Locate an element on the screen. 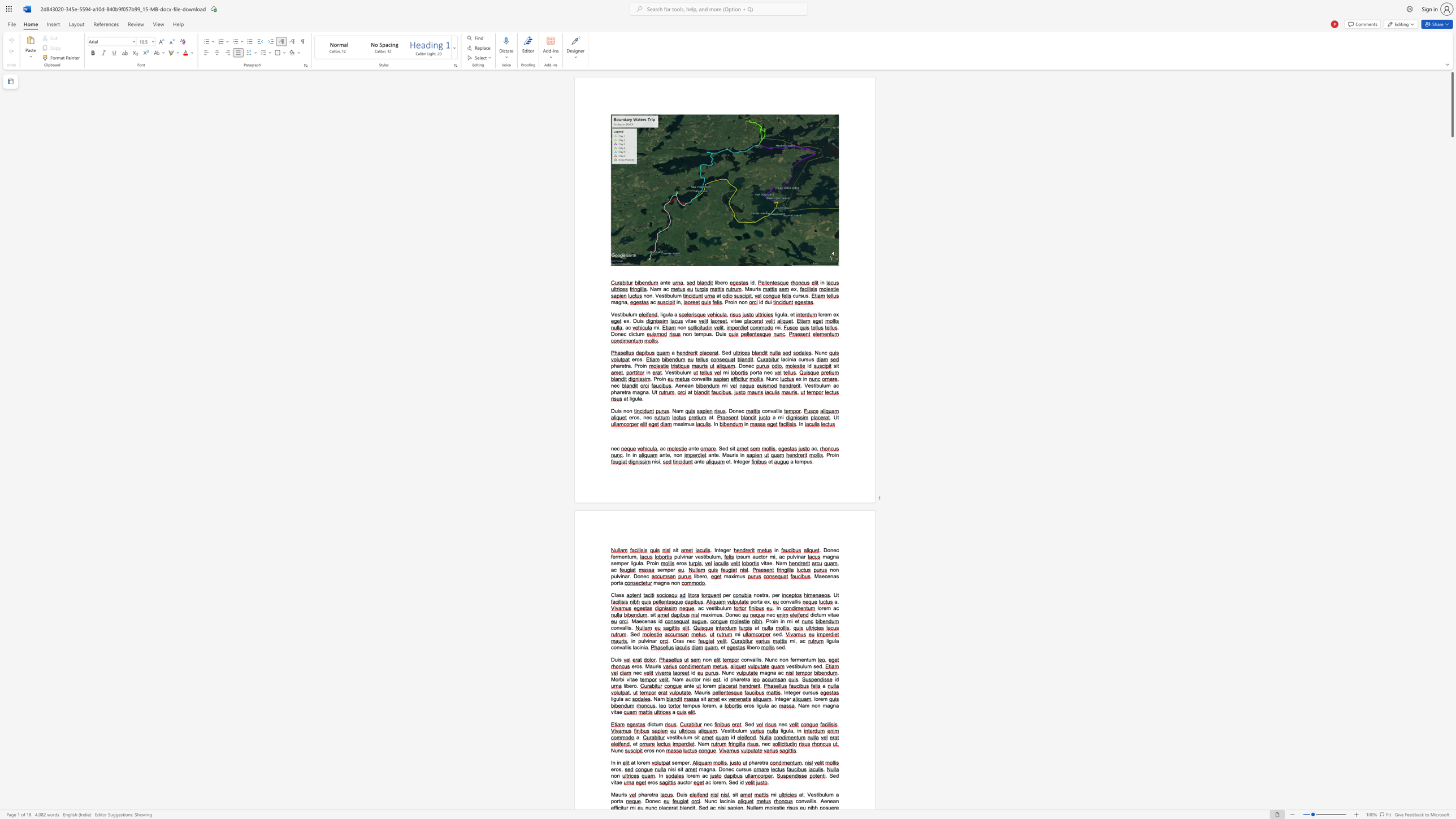 Image resolution: width=1456 pixels, height=819 pixels. the 2th character "e" in the text is located at coordinates (740, 461).